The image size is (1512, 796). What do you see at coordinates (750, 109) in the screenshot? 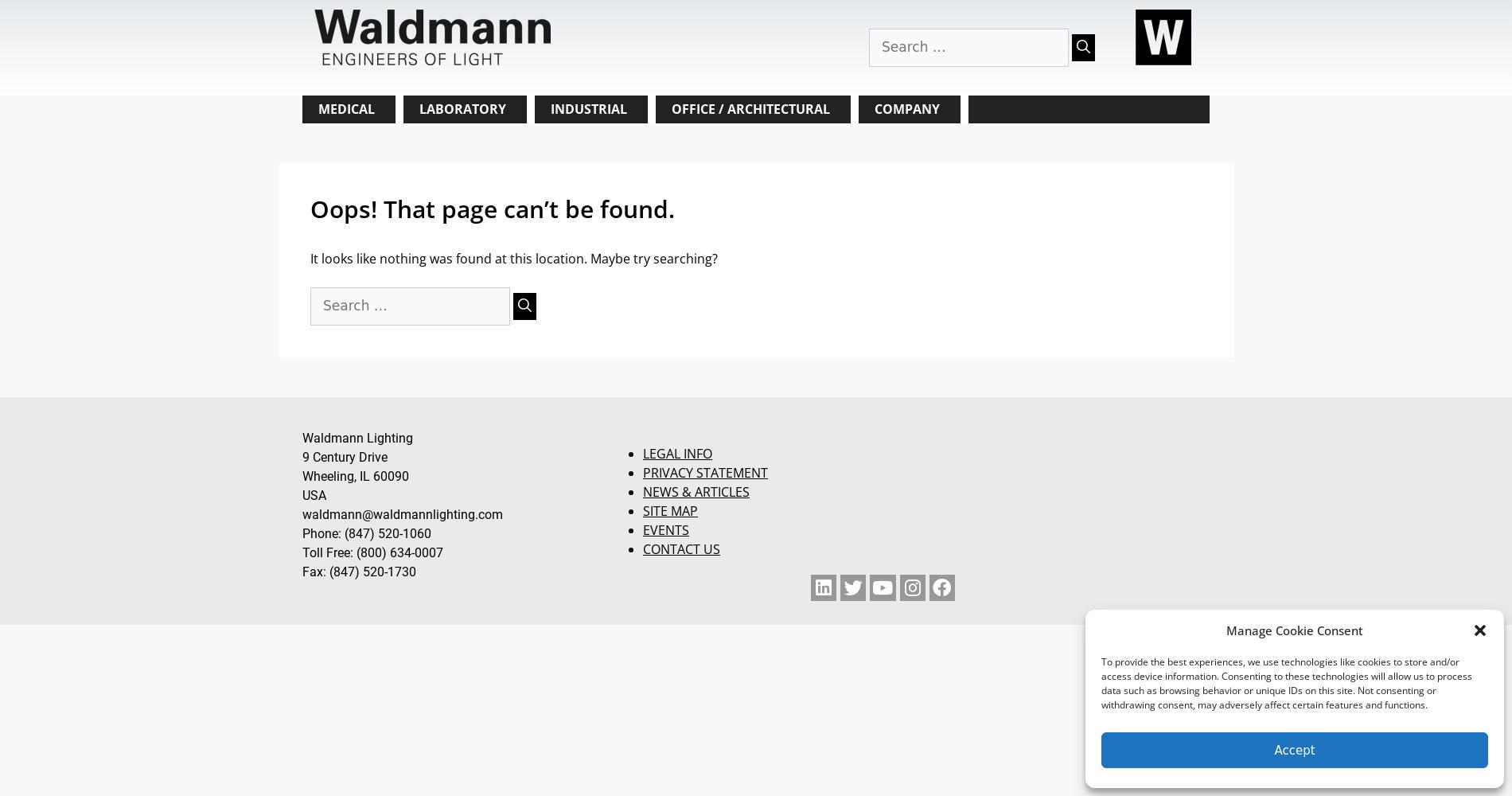
I see `'OFFICE / ARCHITECTURAL'` at bounding box center [750, 109].